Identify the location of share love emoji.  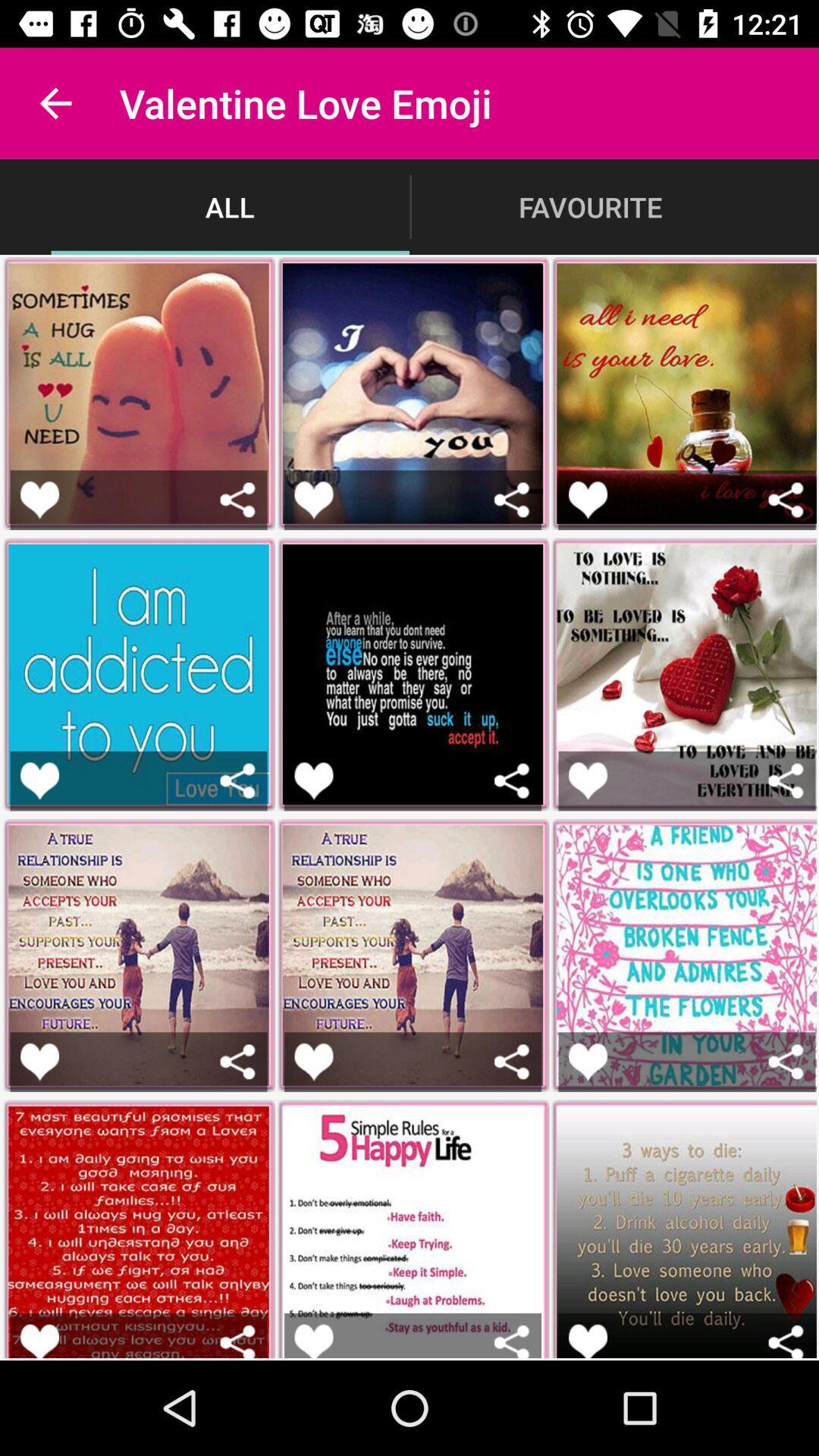
(237, 780).